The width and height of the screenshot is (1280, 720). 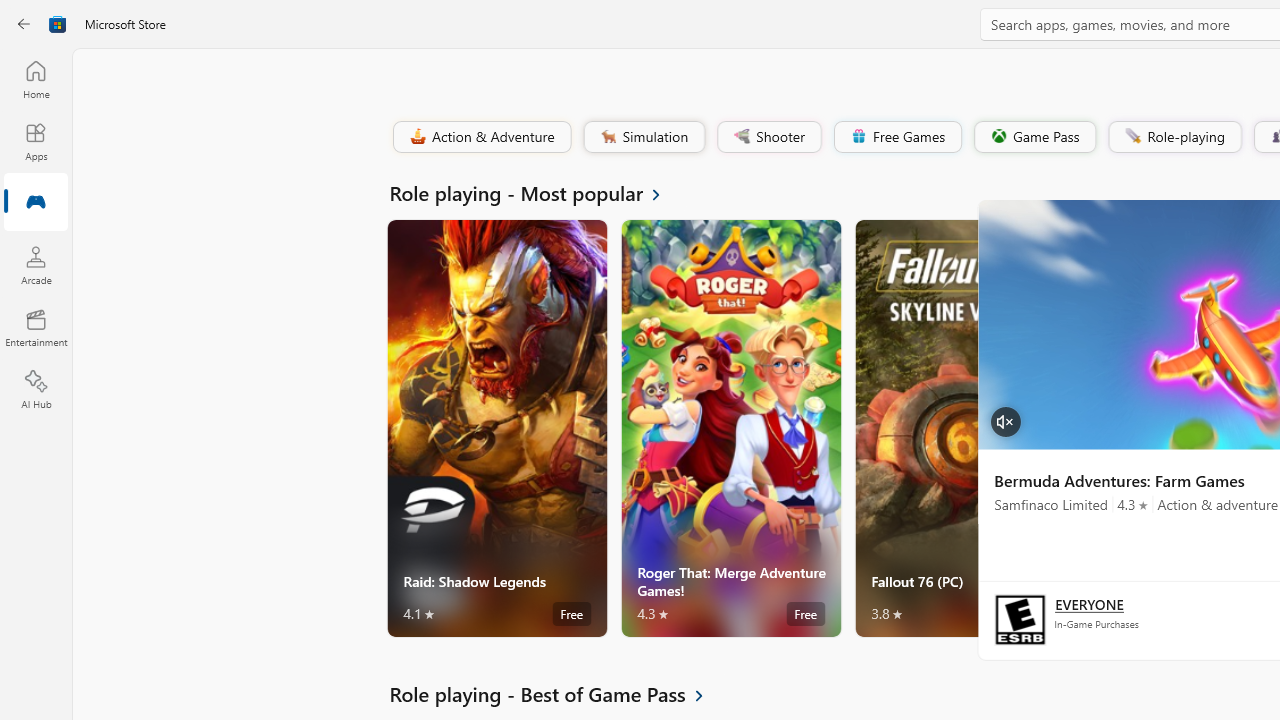 What do you see at coordinates (896, 135) in the screenshot?
I see `'Free Games'` at bounding box center [896, 135].